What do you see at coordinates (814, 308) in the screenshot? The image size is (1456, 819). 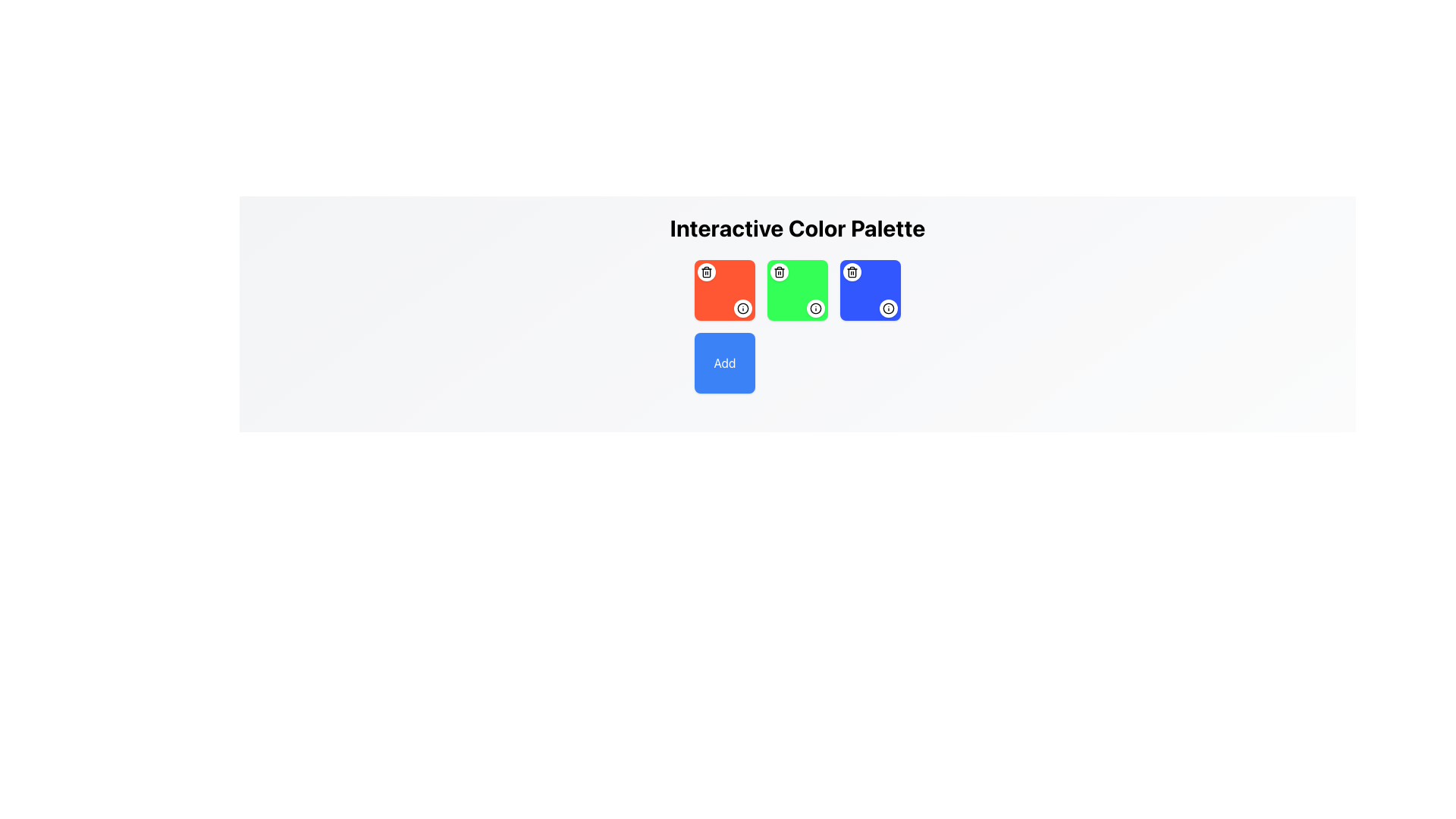 I see `the Informational Icon, which is a circular icon with an 'i' symbol inside, located in the bottom-right corner of the green square in the second row` at bounding box center [814, 308].